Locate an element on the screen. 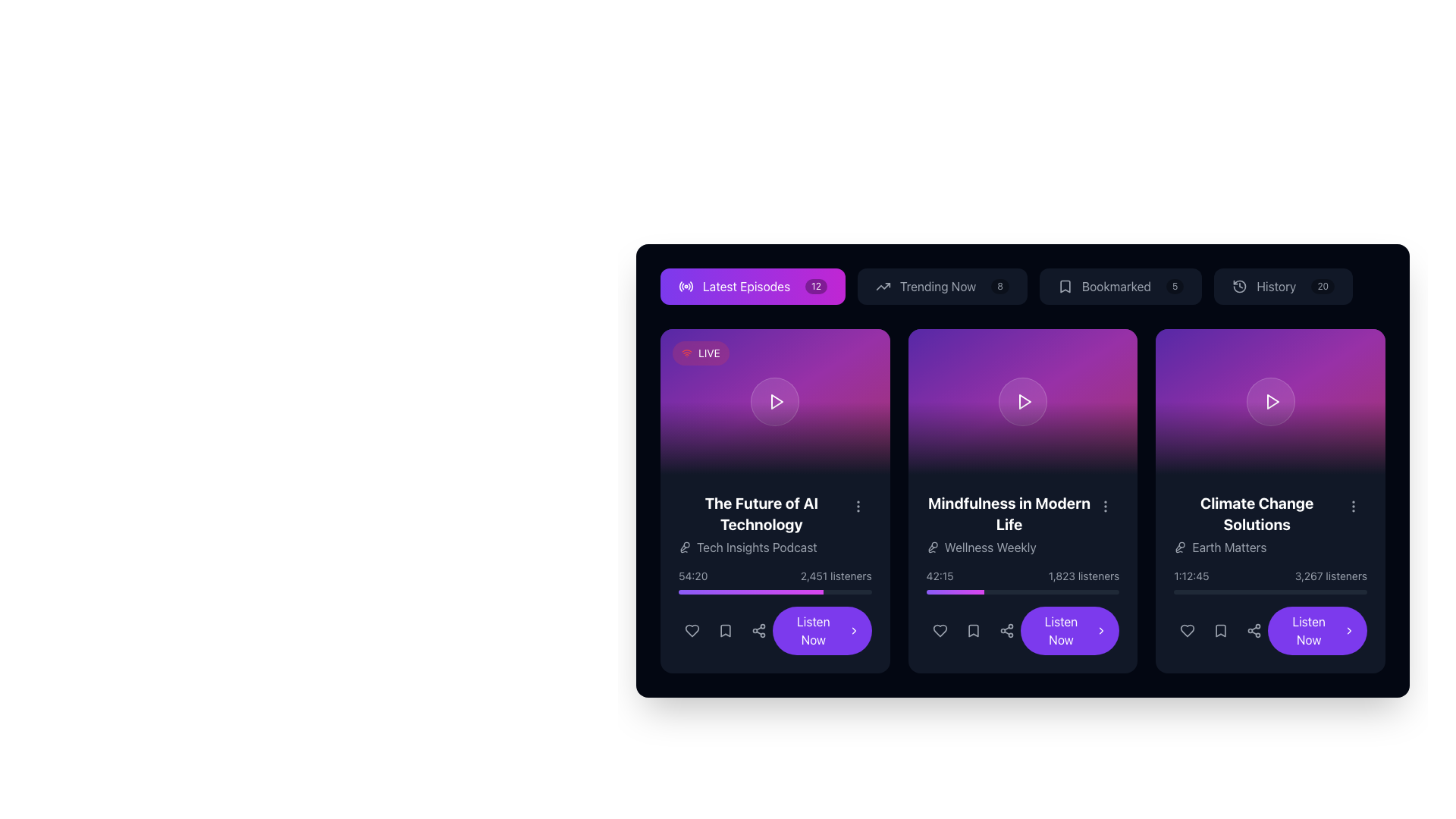  the Indicator Badge displaying the number '20', which is located at the far right end of the 'History' button in the navigation menu is located at coordinates (1322, 287).